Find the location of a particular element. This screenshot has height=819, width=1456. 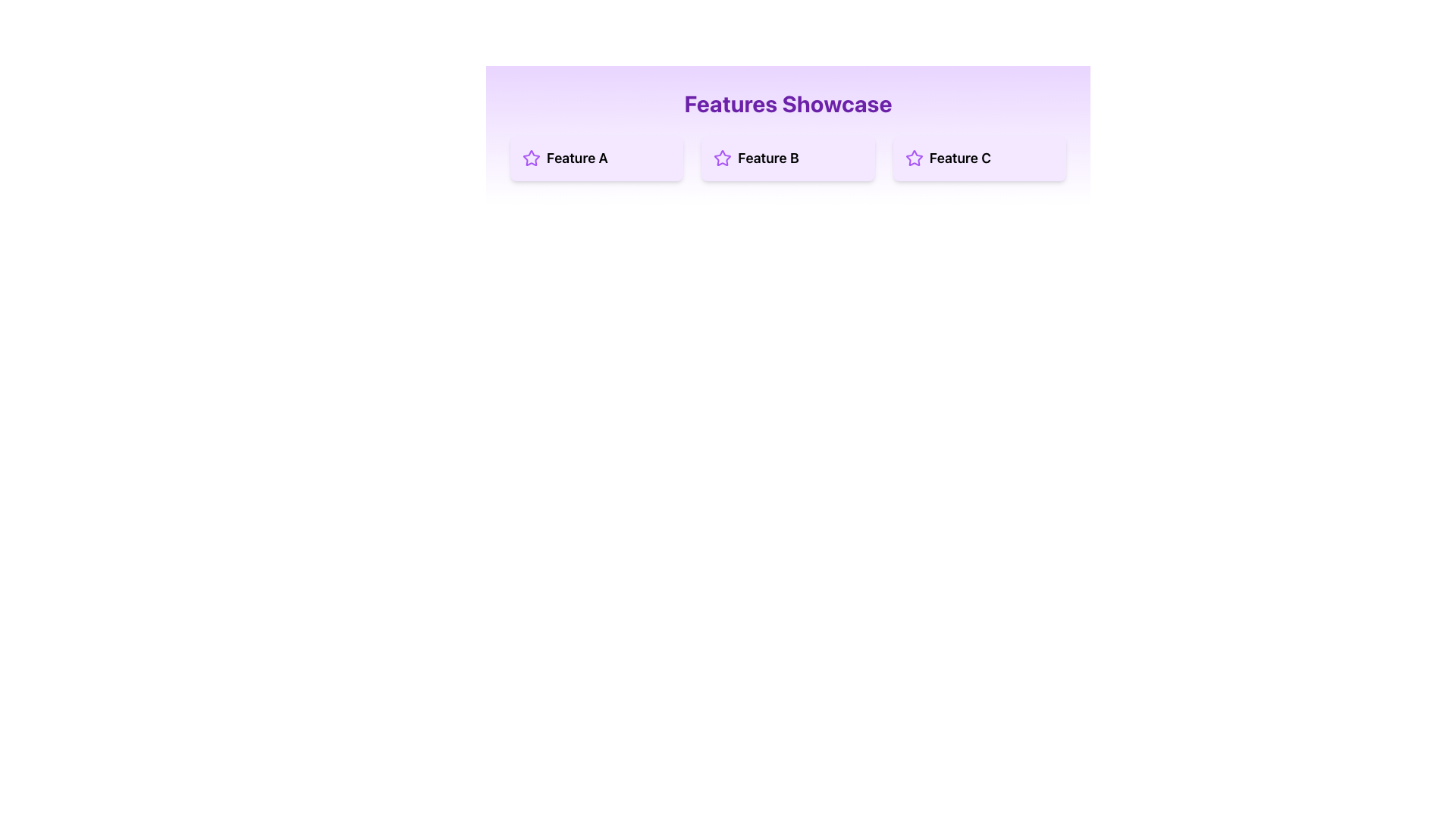

the text or icon on the third card representing 'Feature C' in the Features Showcase section is located at coordinates (979, 158).